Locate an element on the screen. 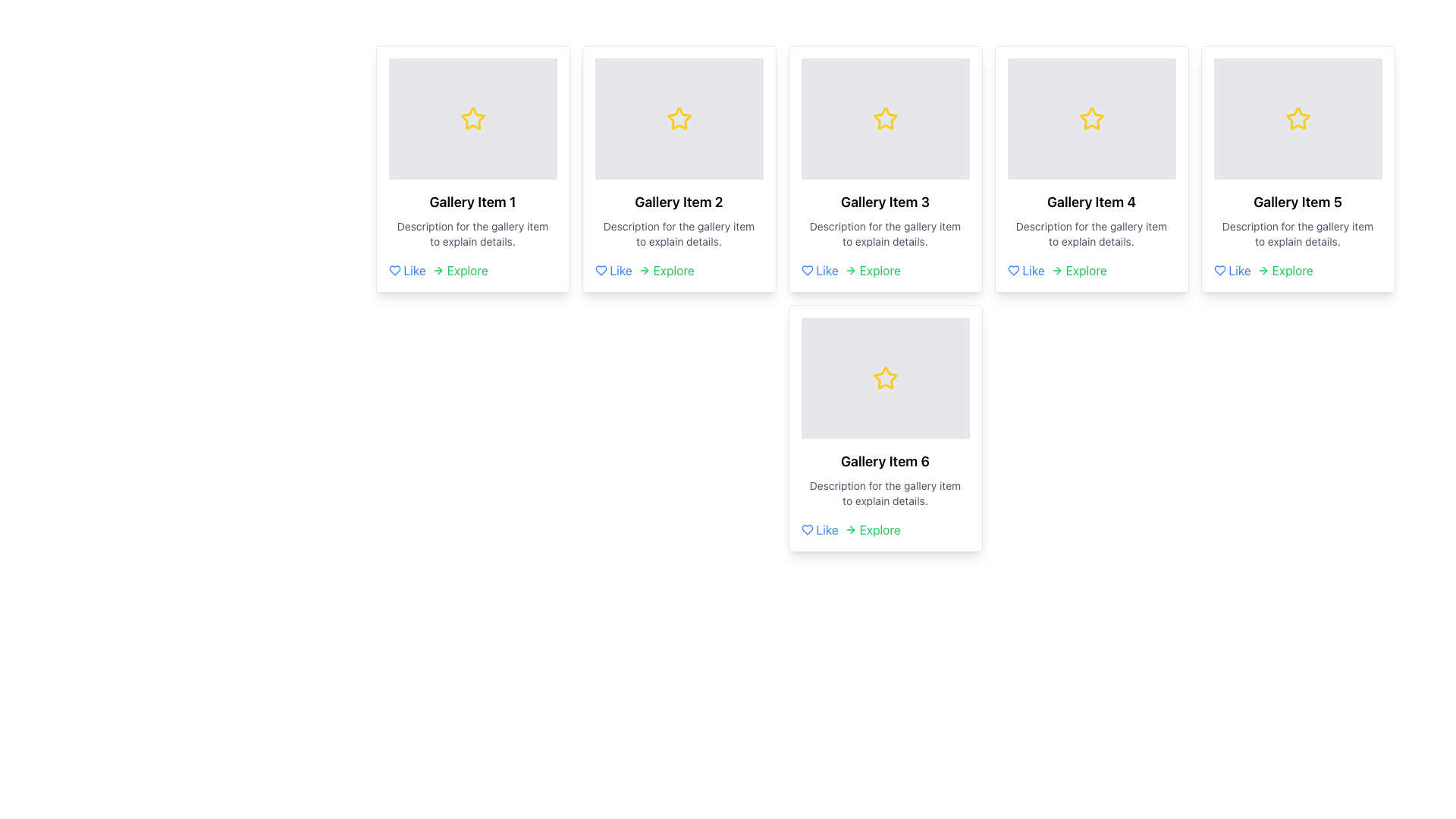  the heart icon linked to 'Gallery Item 5' is located at coordinates (1219, 270).